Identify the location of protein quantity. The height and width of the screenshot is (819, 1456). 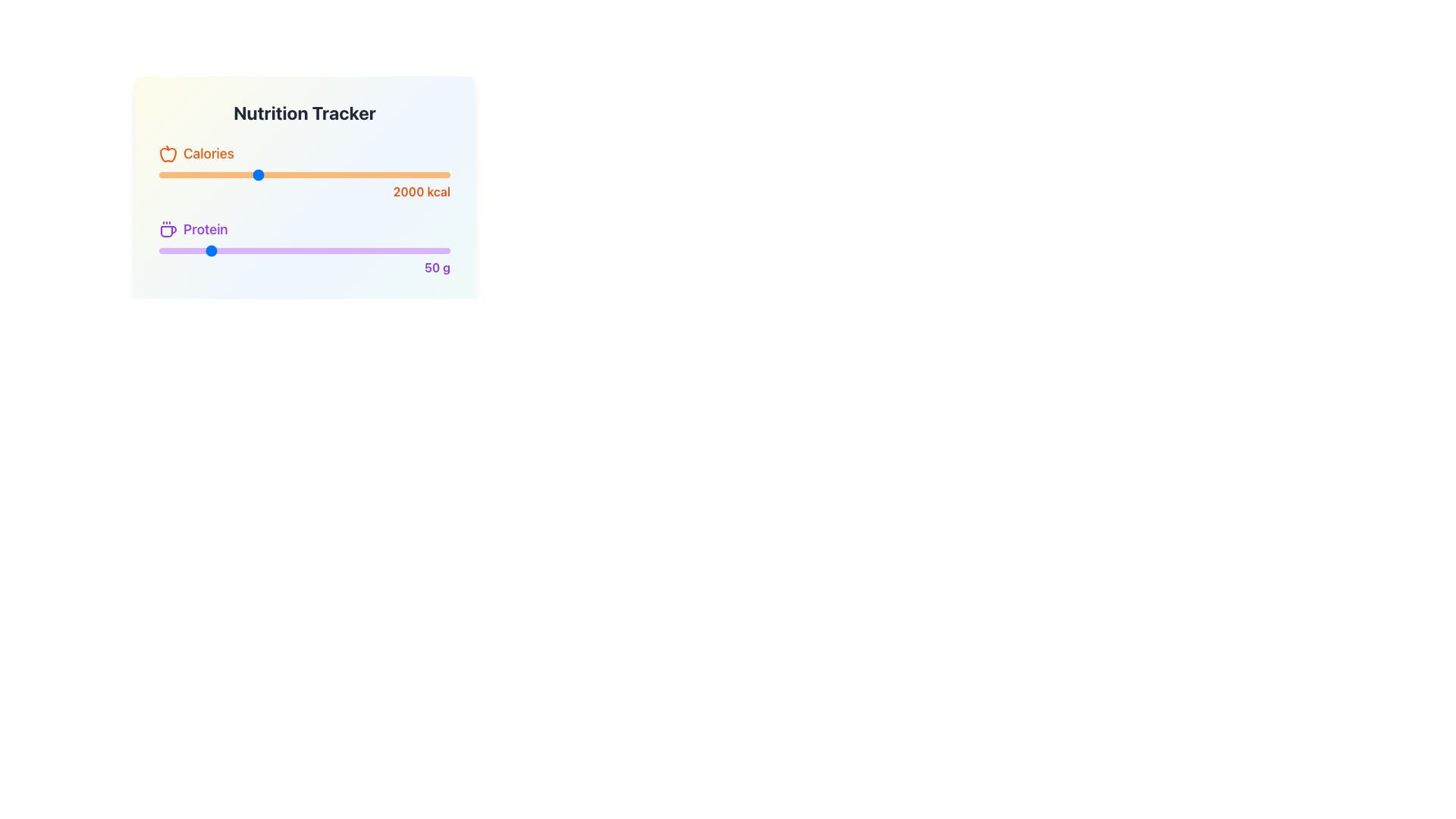
(428, 250).